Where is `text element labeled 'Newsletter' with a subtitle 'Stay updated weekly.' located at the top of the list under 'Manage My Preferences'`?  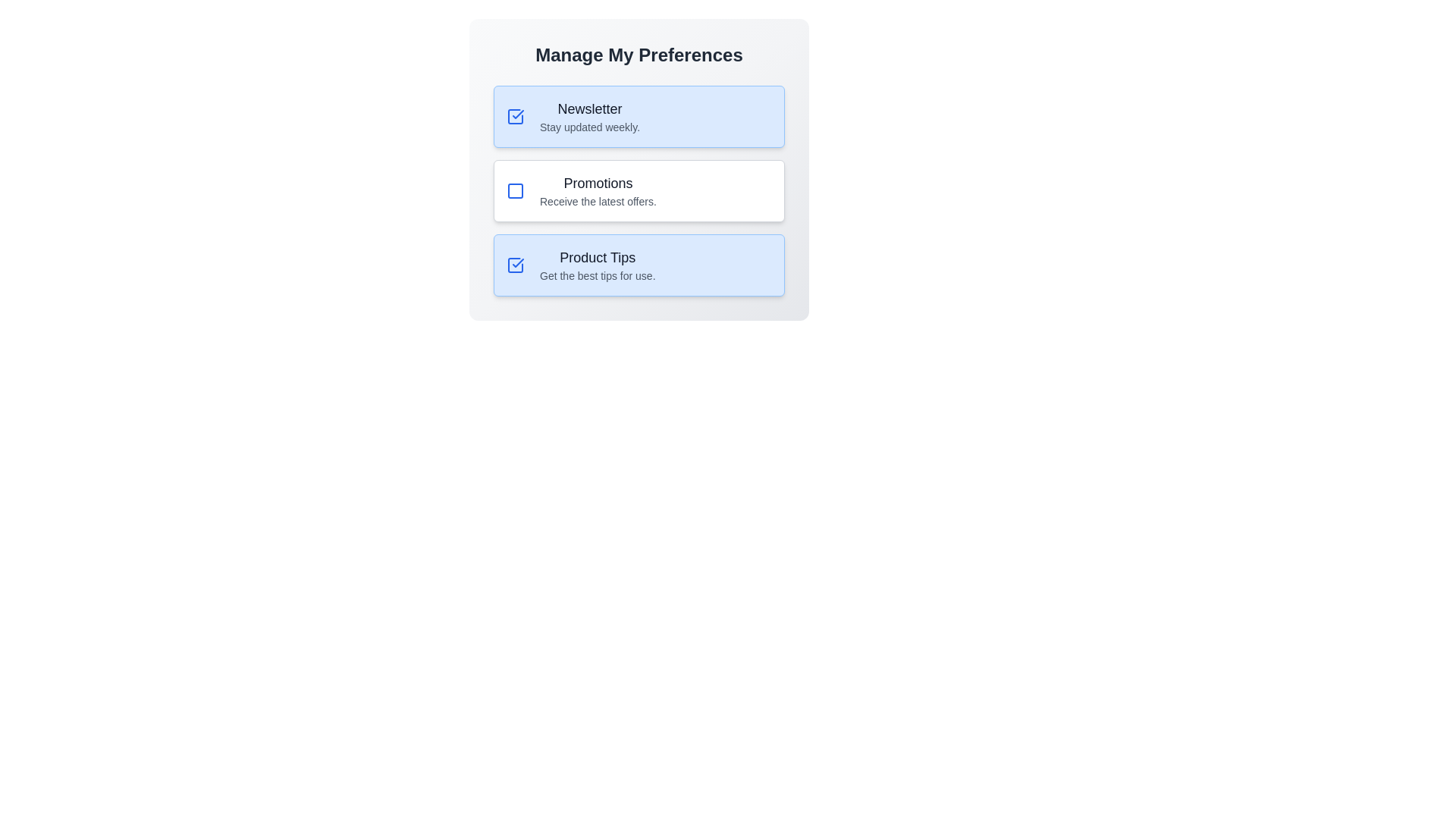
text element labeled 'Newsletter' with a subtitle 'Stay updated weekly.' located at the top of the list under 'Manage My Preferences' is located at coordinates (588, 116).